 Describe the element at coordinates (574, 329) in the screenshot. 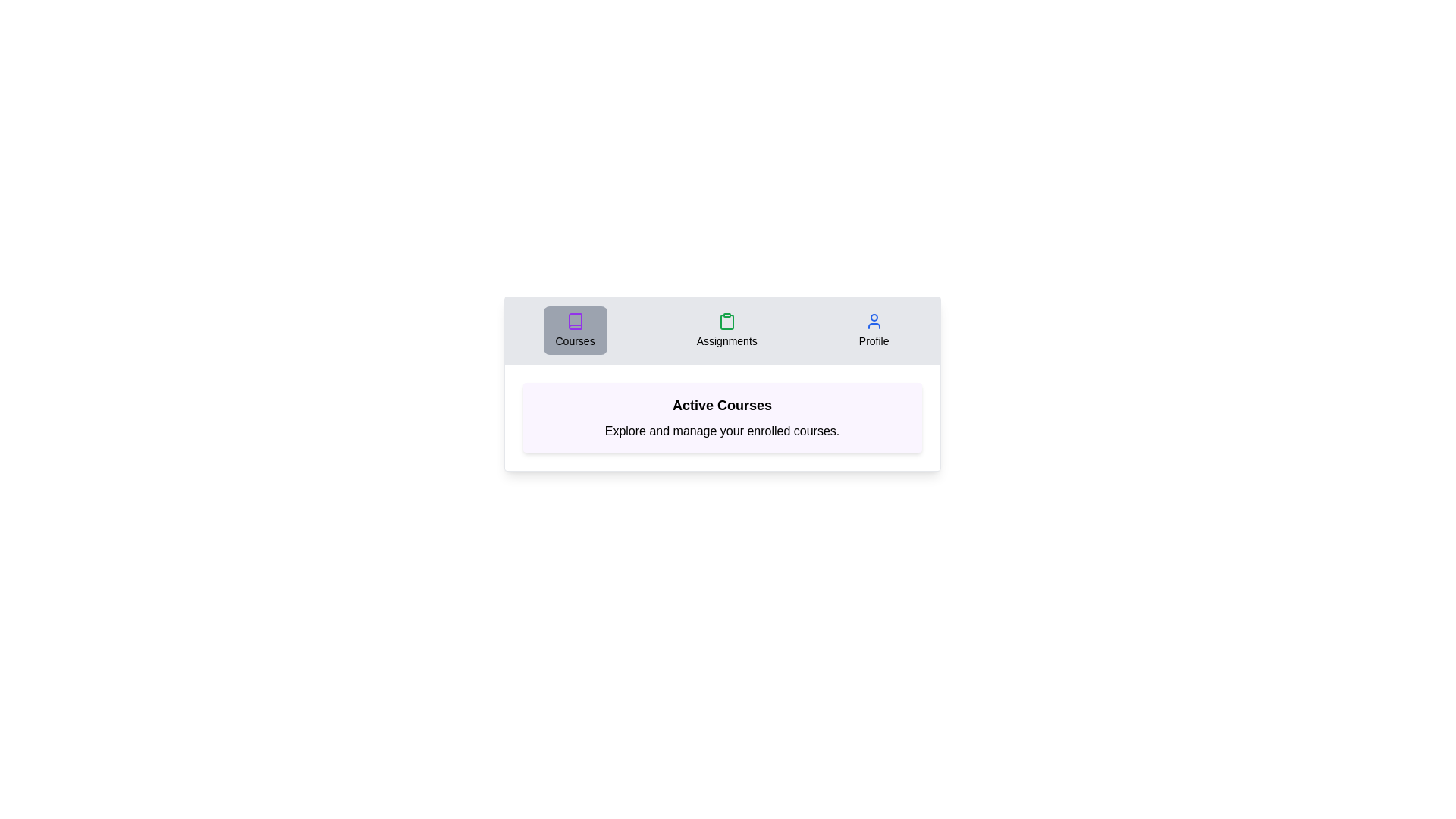

I see `the Courses tab by clicking on its corresponding button` at that location.